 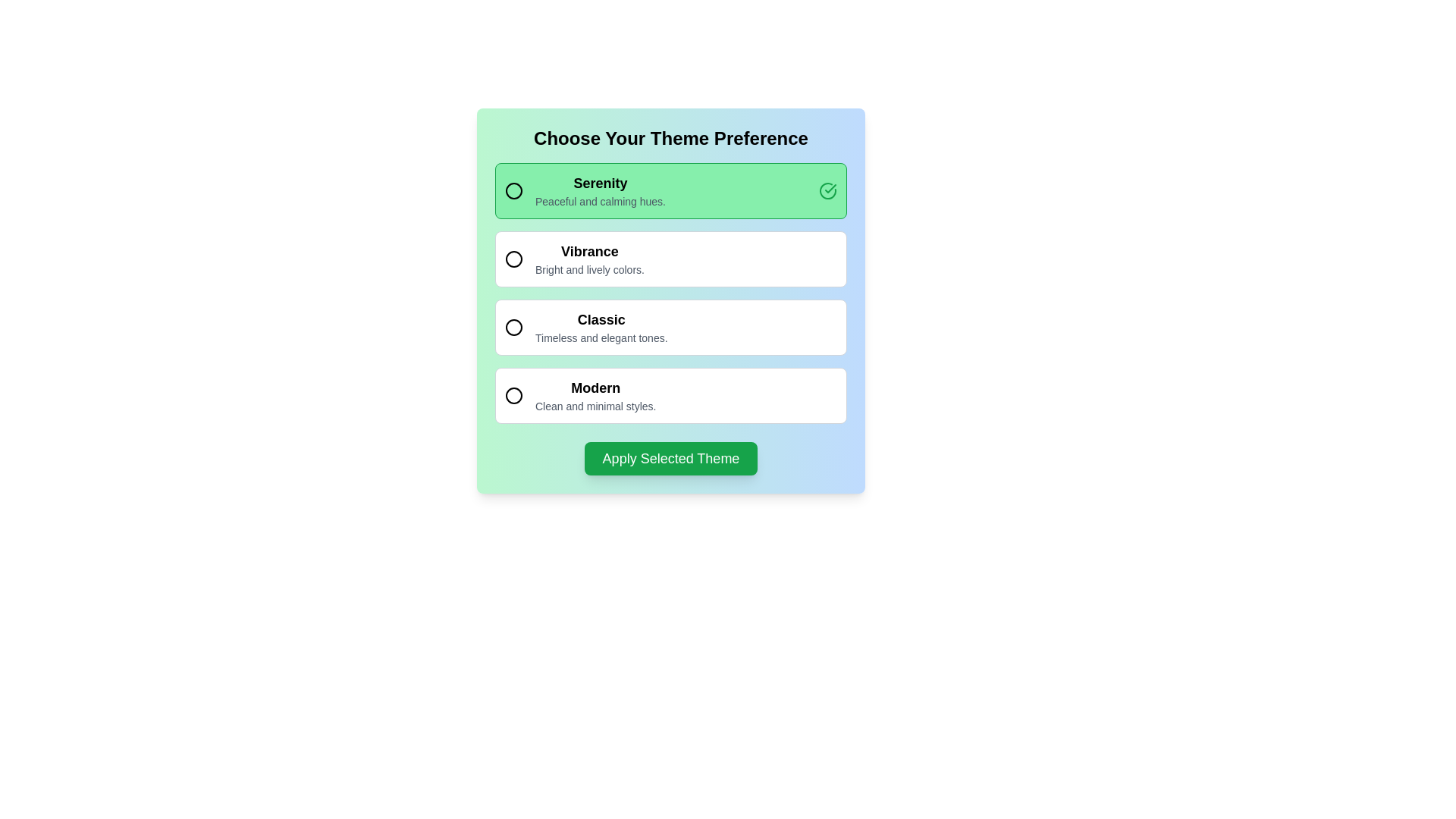 What do you see at coordinates (513, 327) in the screenshot?
I see `the circular radio button indicator` at bounding box center [513, 327].